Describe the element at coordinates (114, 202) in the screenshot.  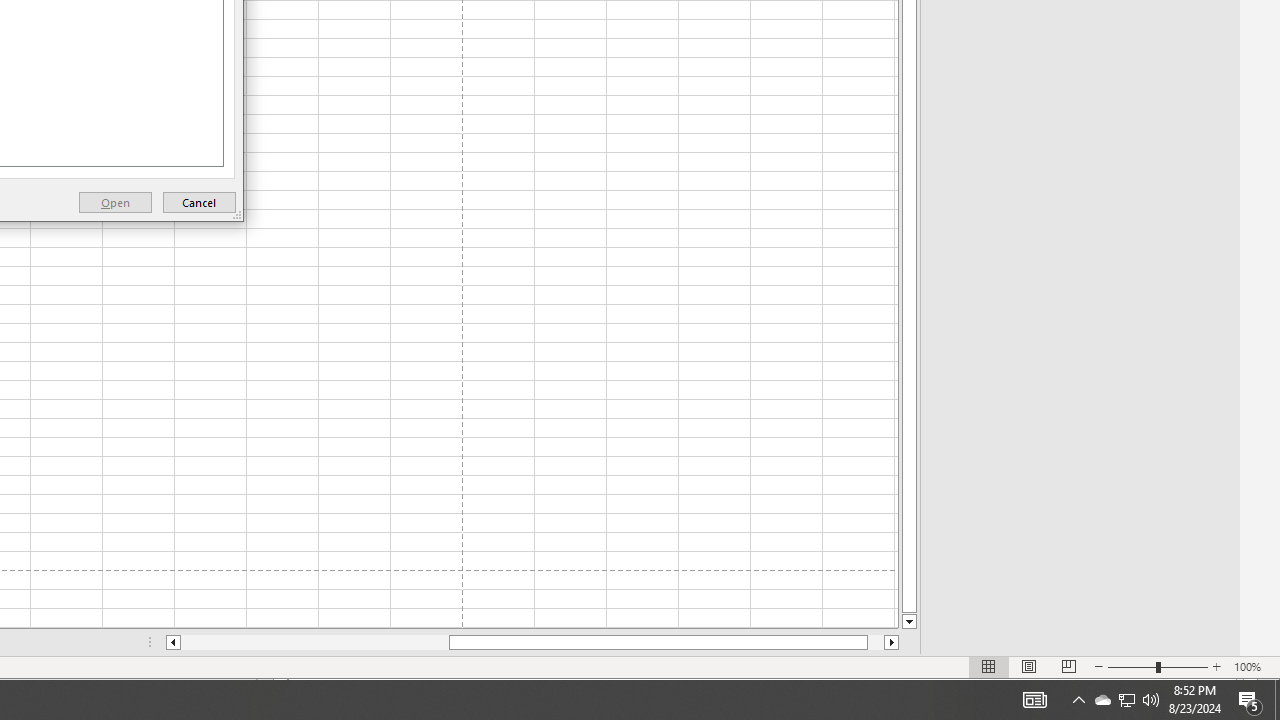
I see `'Open'` at that location.